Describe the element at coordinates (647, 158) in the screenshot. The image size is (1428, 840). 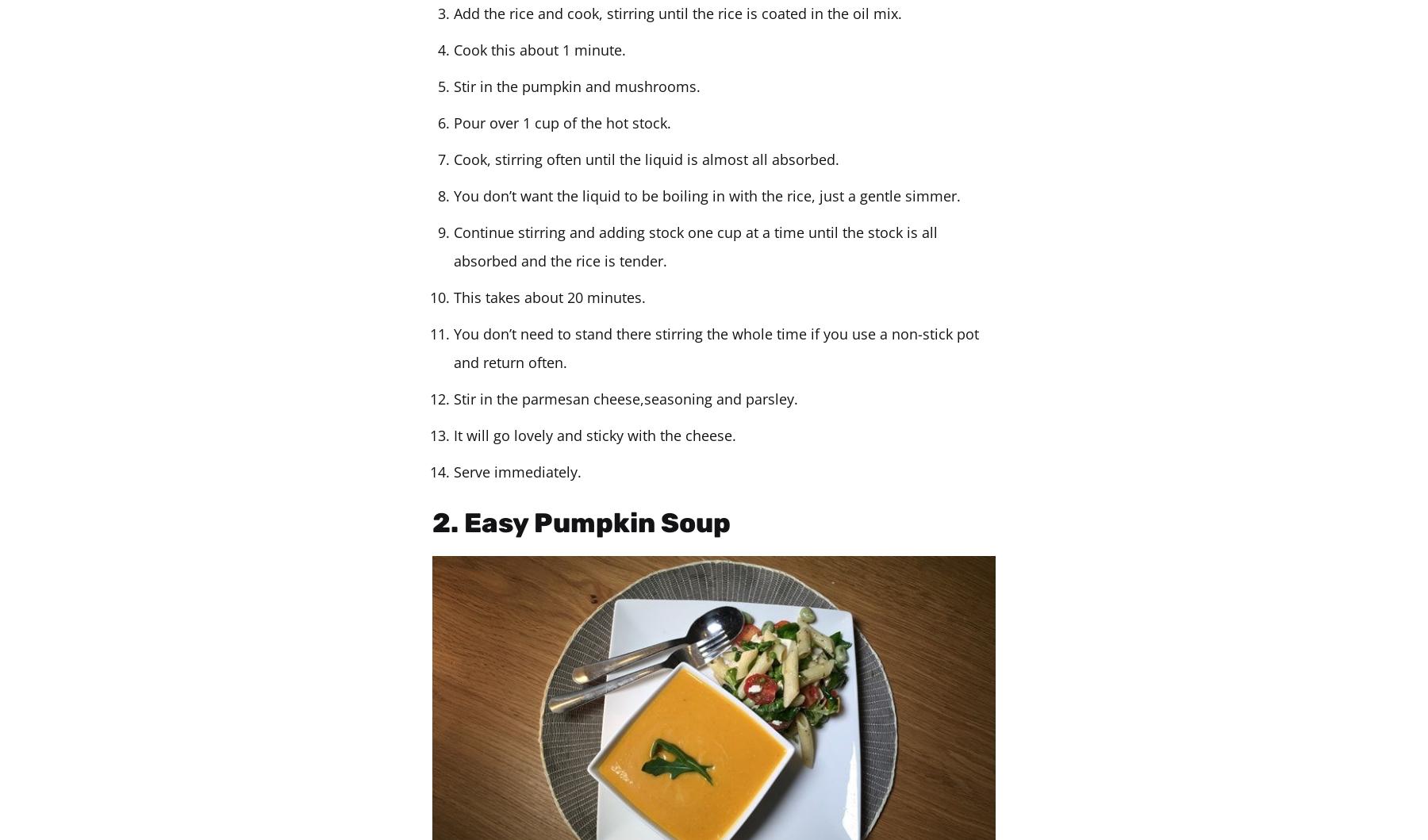
I see `'Cook, stirring often until the liquid is almost all absorbed.'` at that location.